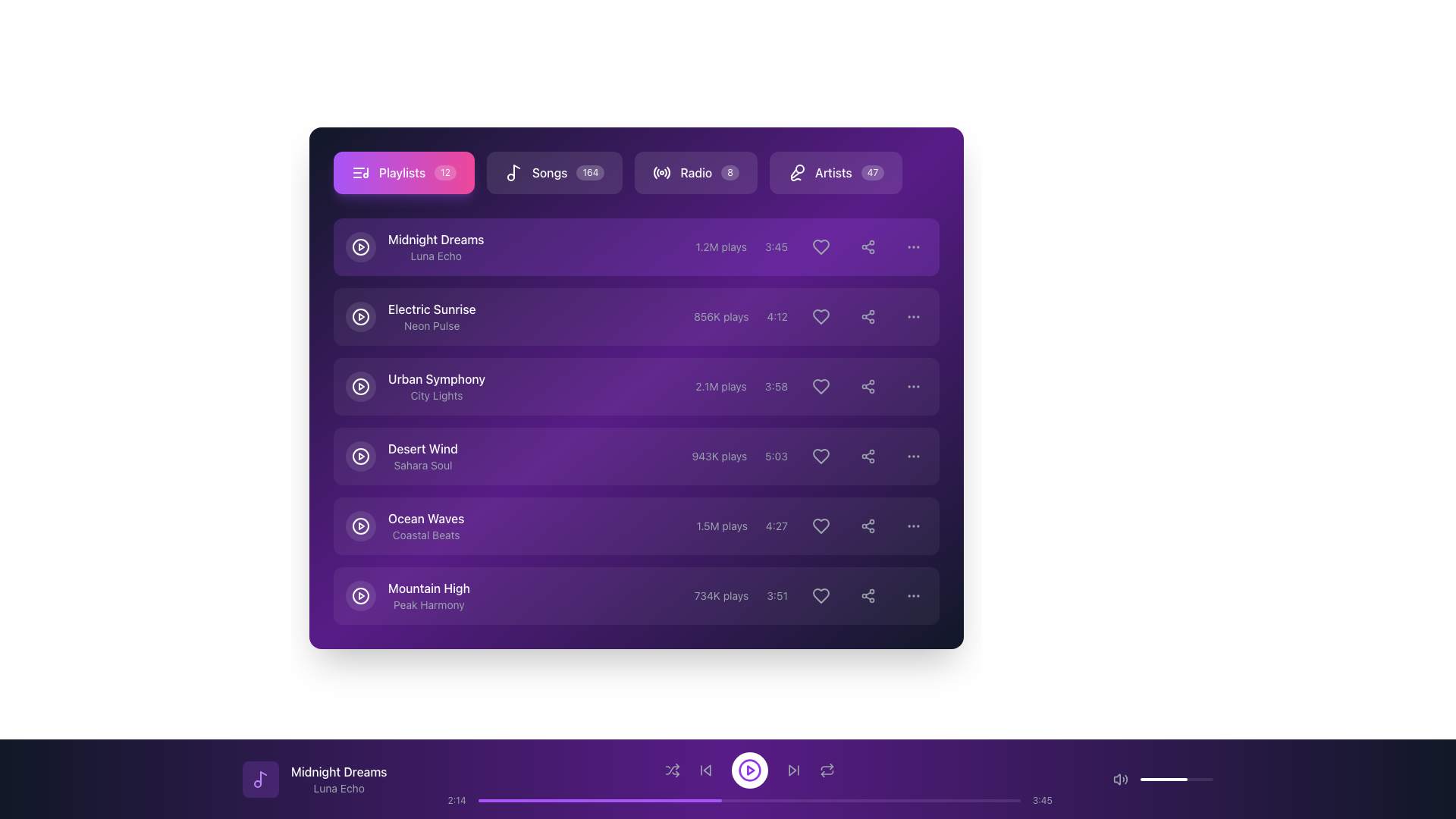  What do you see at coordinates (912, 315) in the screenshot?
I see `the button located at the far right of the row for the song 'Electric Sunrise'` at bounding box center [912, 315].